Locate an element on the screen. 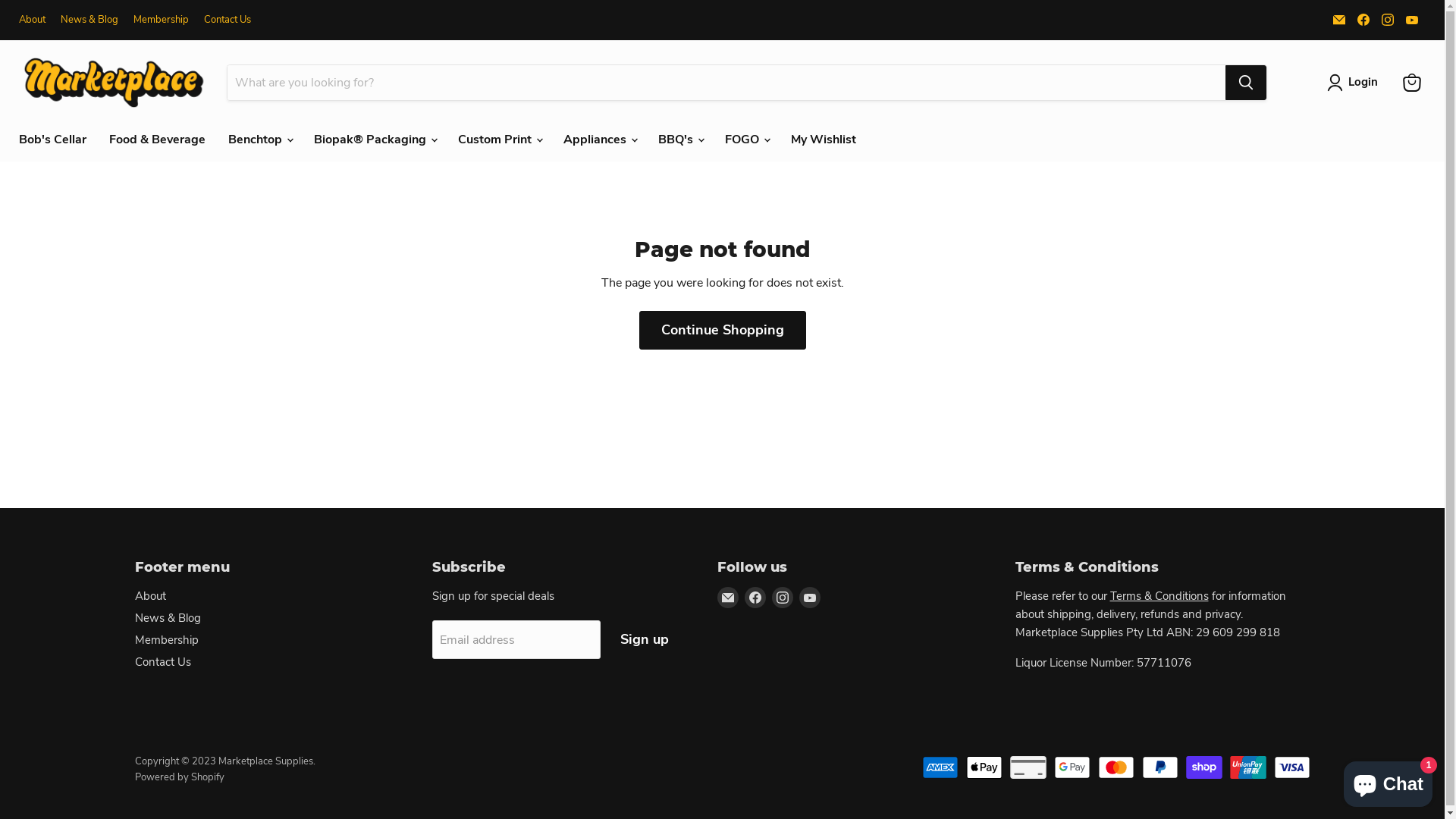  'Shopify online store chat' is located at coordinates (1388, 780).